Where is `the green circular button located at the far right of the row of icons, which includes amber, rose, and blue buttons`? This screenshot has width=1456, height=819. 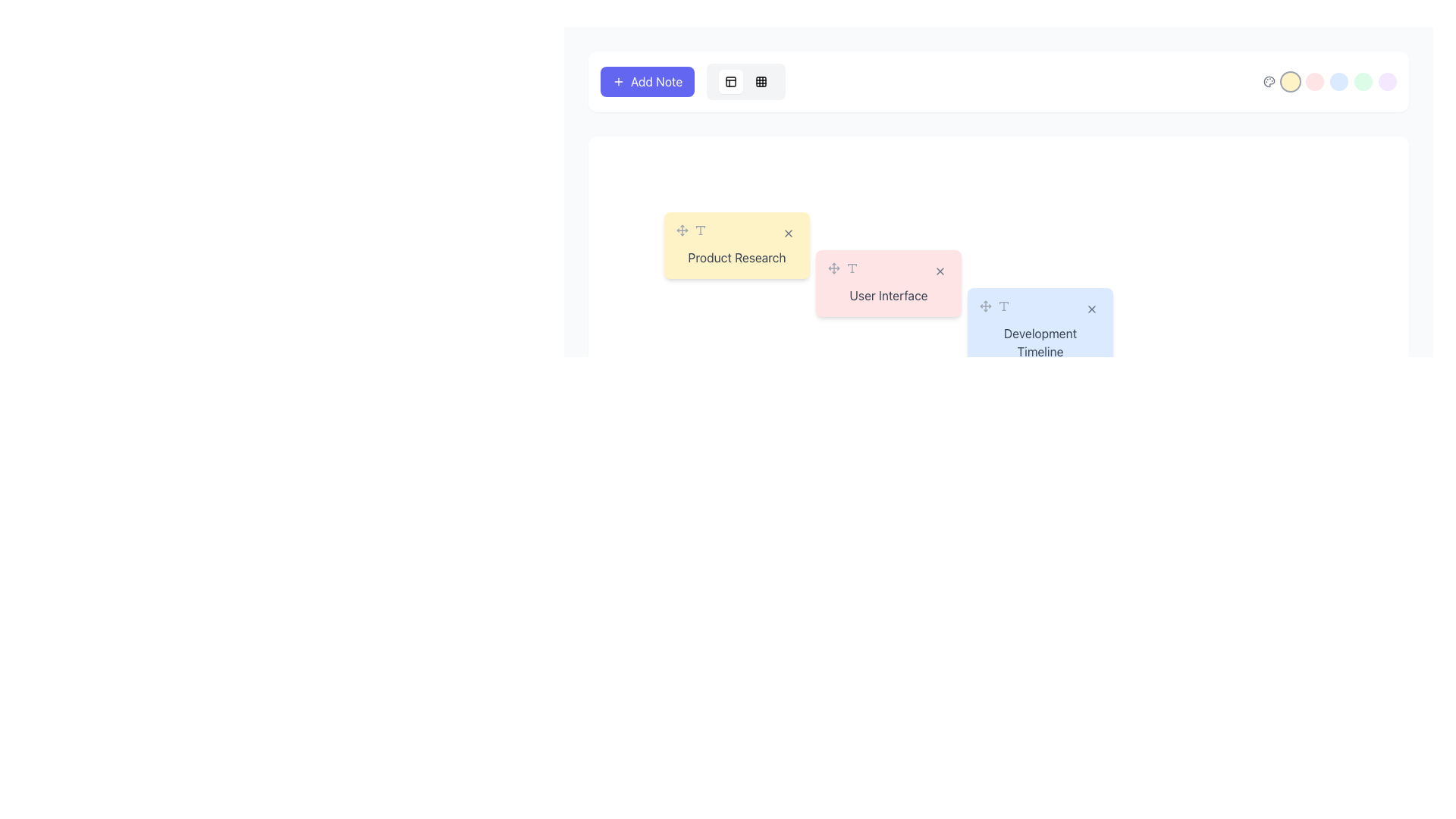
the green circular button located at the far right of the row of icons, which includes amber, rose, and blue buttons is located at coordinates (1363, 82).